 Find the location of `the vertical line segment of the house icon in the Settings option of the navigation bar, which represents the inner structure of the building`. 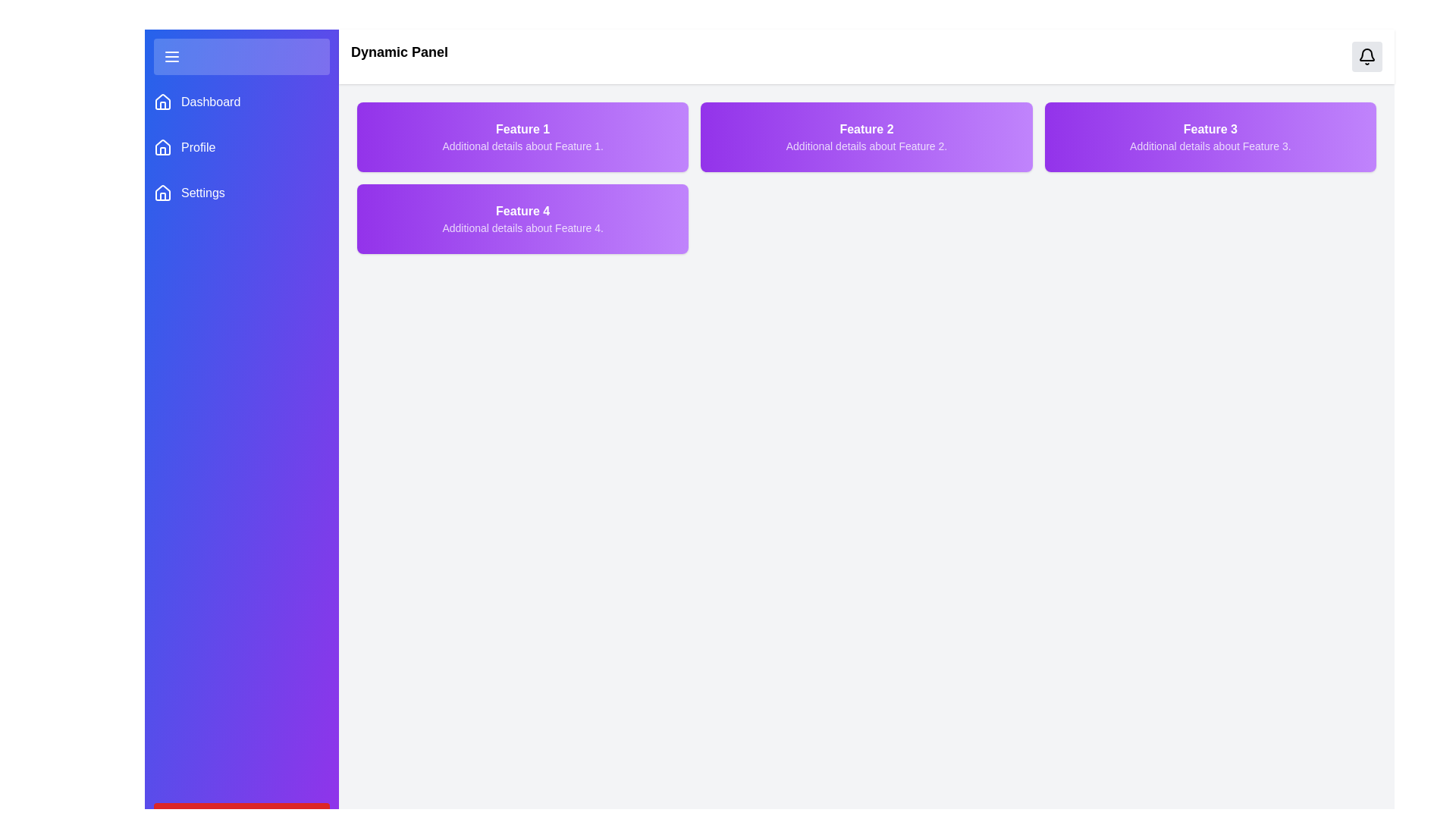

the vertical line segment of the house icon in the Settings option of the navigation bar, which represents the inner structure of the building is located at coordinates (163, 196).